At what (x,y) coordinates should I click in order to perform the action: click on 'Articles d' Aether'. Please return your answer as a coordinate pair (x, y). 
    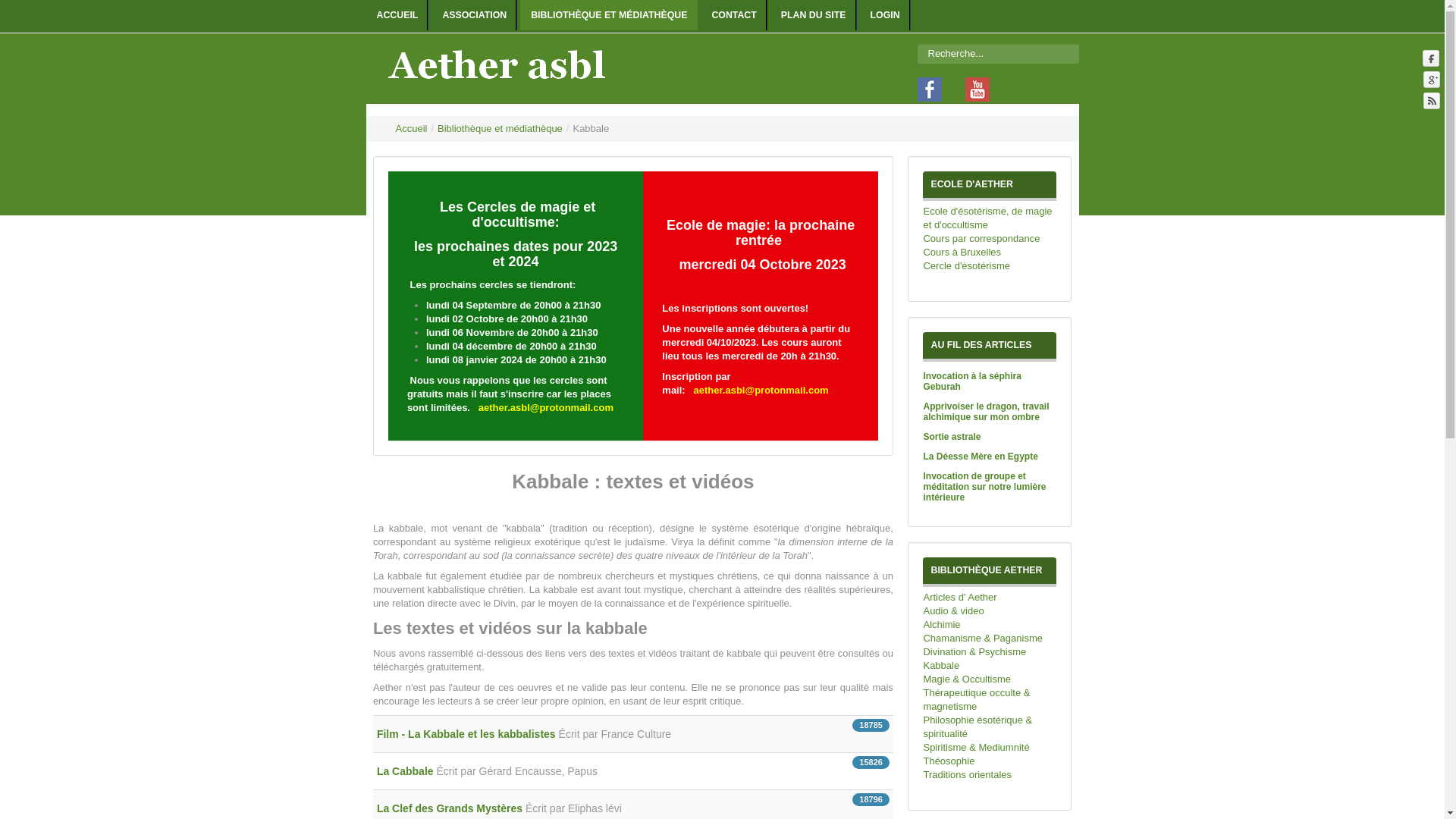
    Looking at the image, I should click on (990, 596).